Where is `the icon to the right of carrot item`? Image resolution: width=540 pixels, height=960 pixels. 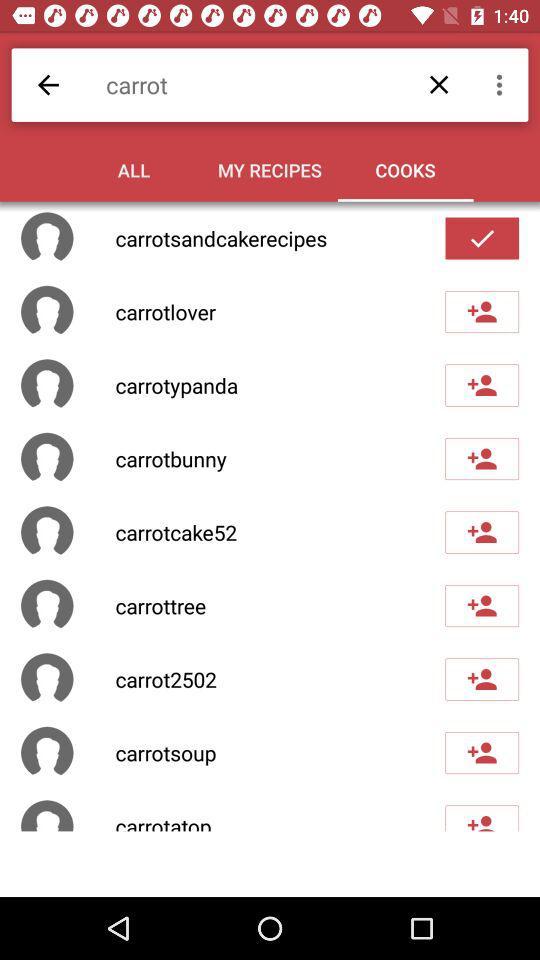 the icon to the right of carrot item is located at coordinates (501, 85).